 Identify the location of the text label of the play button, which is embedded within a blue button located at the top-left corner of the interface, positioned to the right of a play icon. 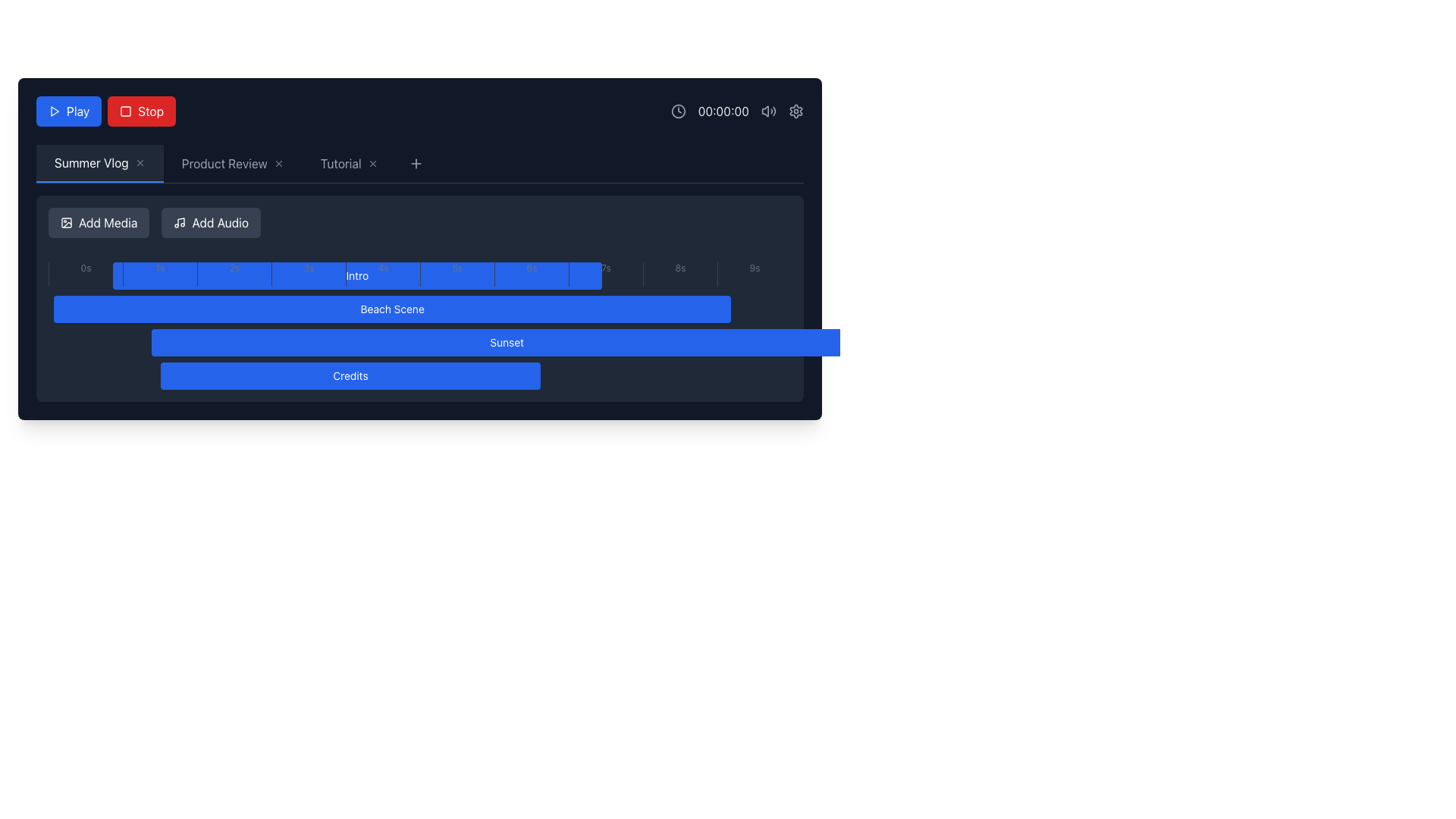
(77, 110).